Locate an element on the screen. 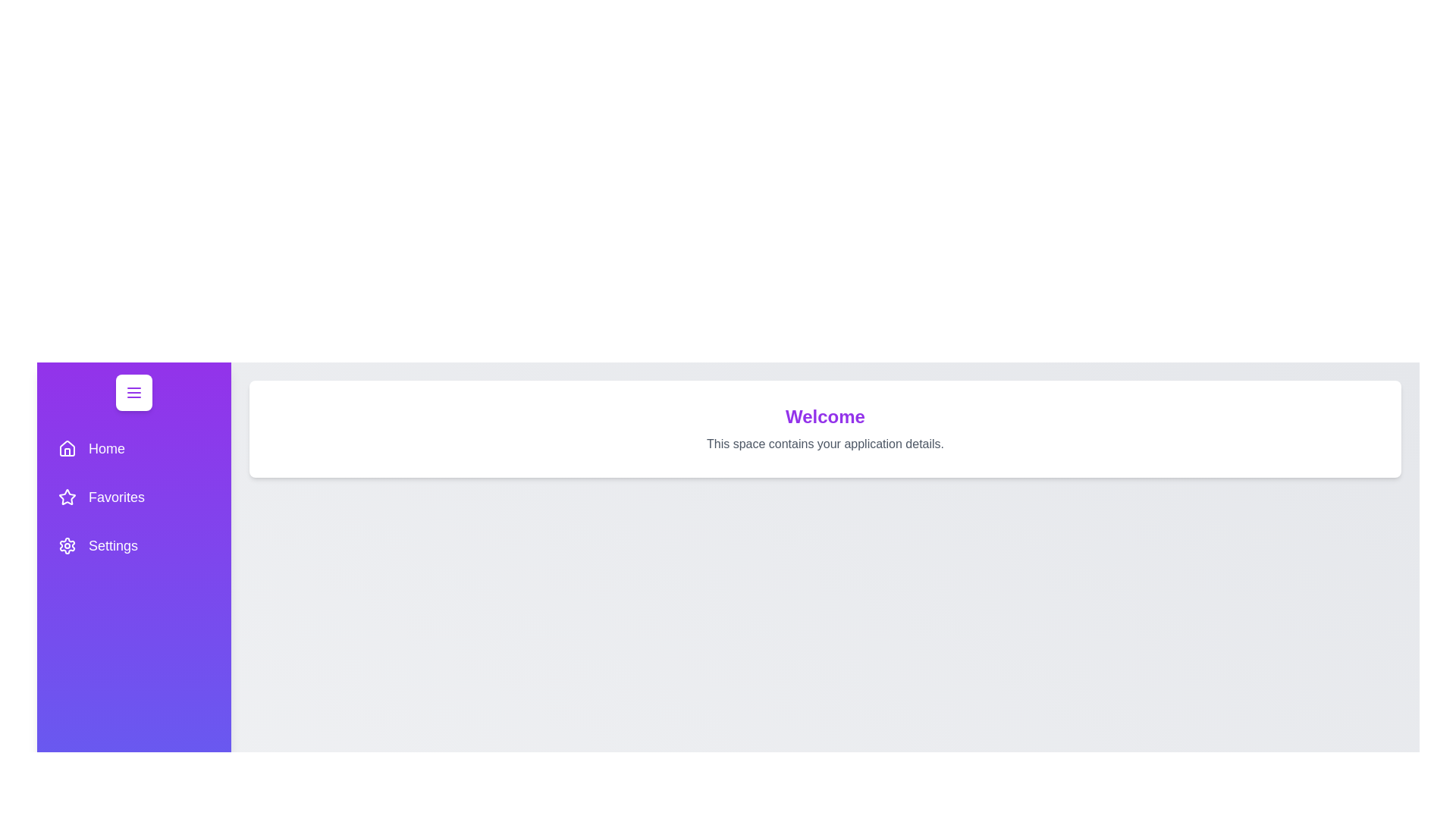 This screenshot has width=1456, height=819. the navigation item Settings in the drawer is located at coordinates (134, 546).